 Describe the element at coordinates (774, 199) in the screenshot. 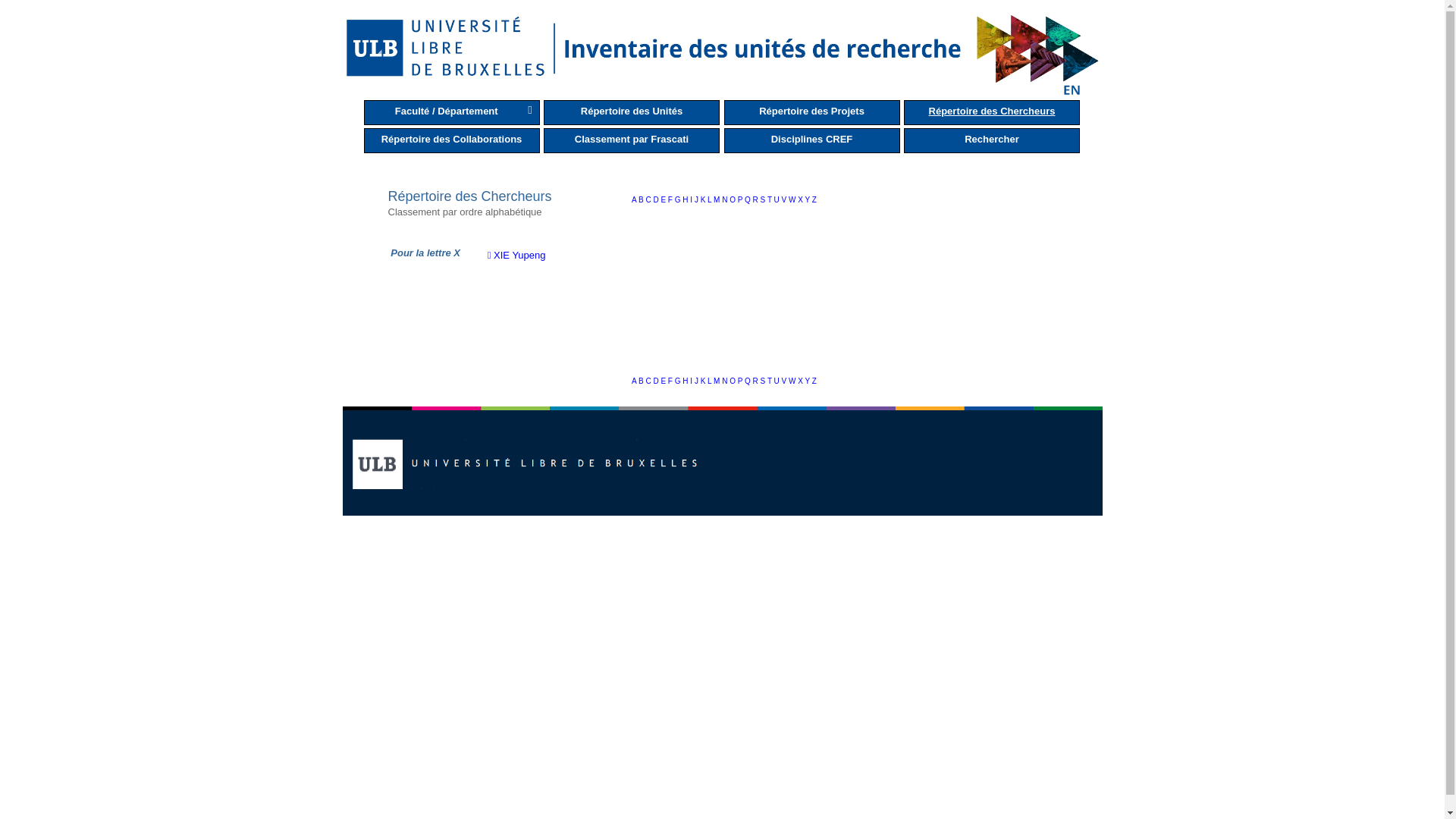

I see `'U'` at that location.